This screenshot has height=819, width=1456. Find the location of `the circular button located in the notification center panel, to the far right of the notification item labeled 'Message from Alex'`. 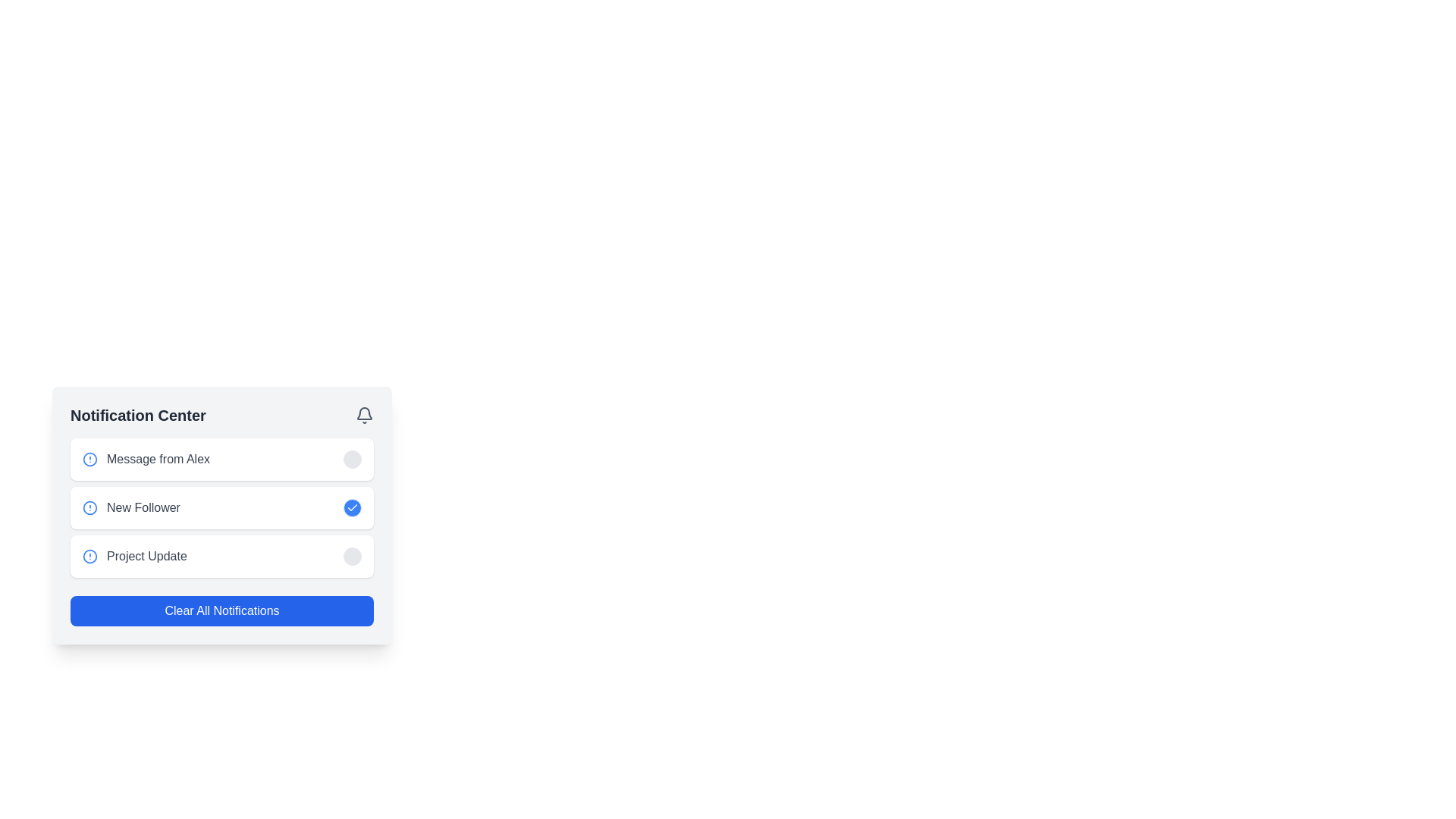

the circular button located in the notification center panel, to the far right of the notification item labeled 'Message from Alex' is located at coordinates (352, 458).